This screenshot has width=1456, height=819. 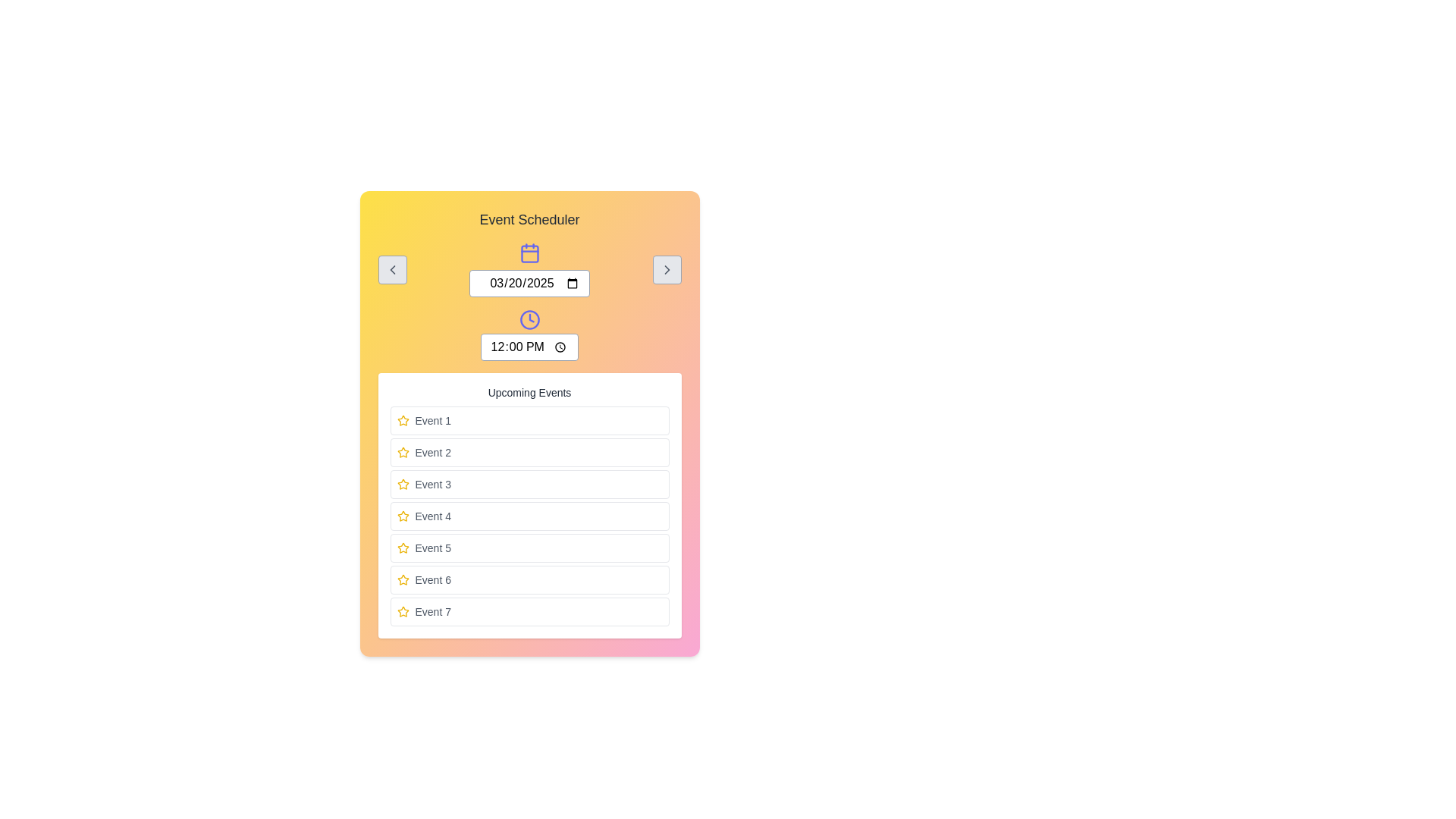 I want to click on the navigation icon located within the square button at the top-right corner of the event scheduler interface, so click(x=667, y=268).